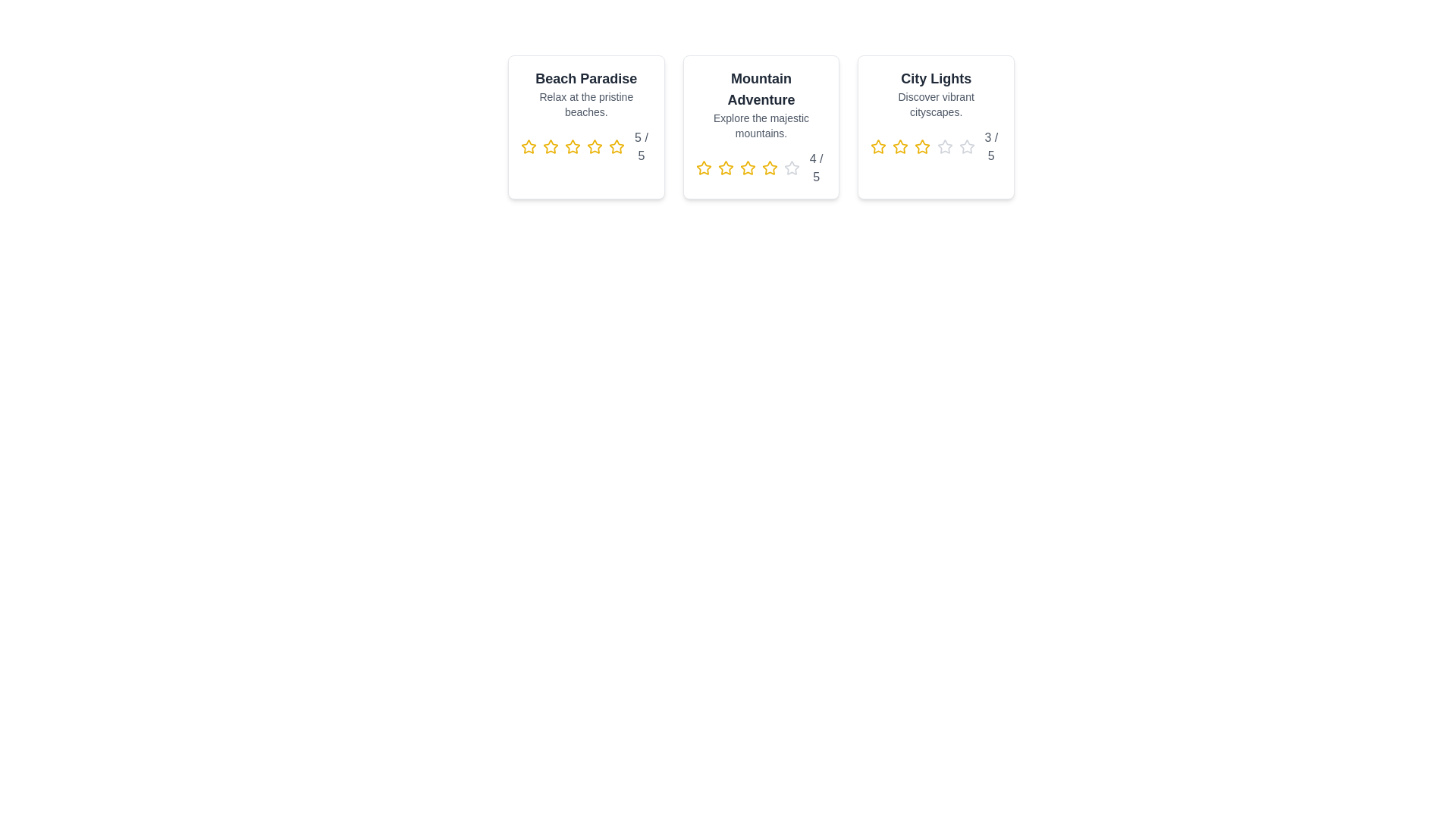  I want to click on the rating for a destination to 5 stars by clicking on the corresponding star icon, so click(617, 146).